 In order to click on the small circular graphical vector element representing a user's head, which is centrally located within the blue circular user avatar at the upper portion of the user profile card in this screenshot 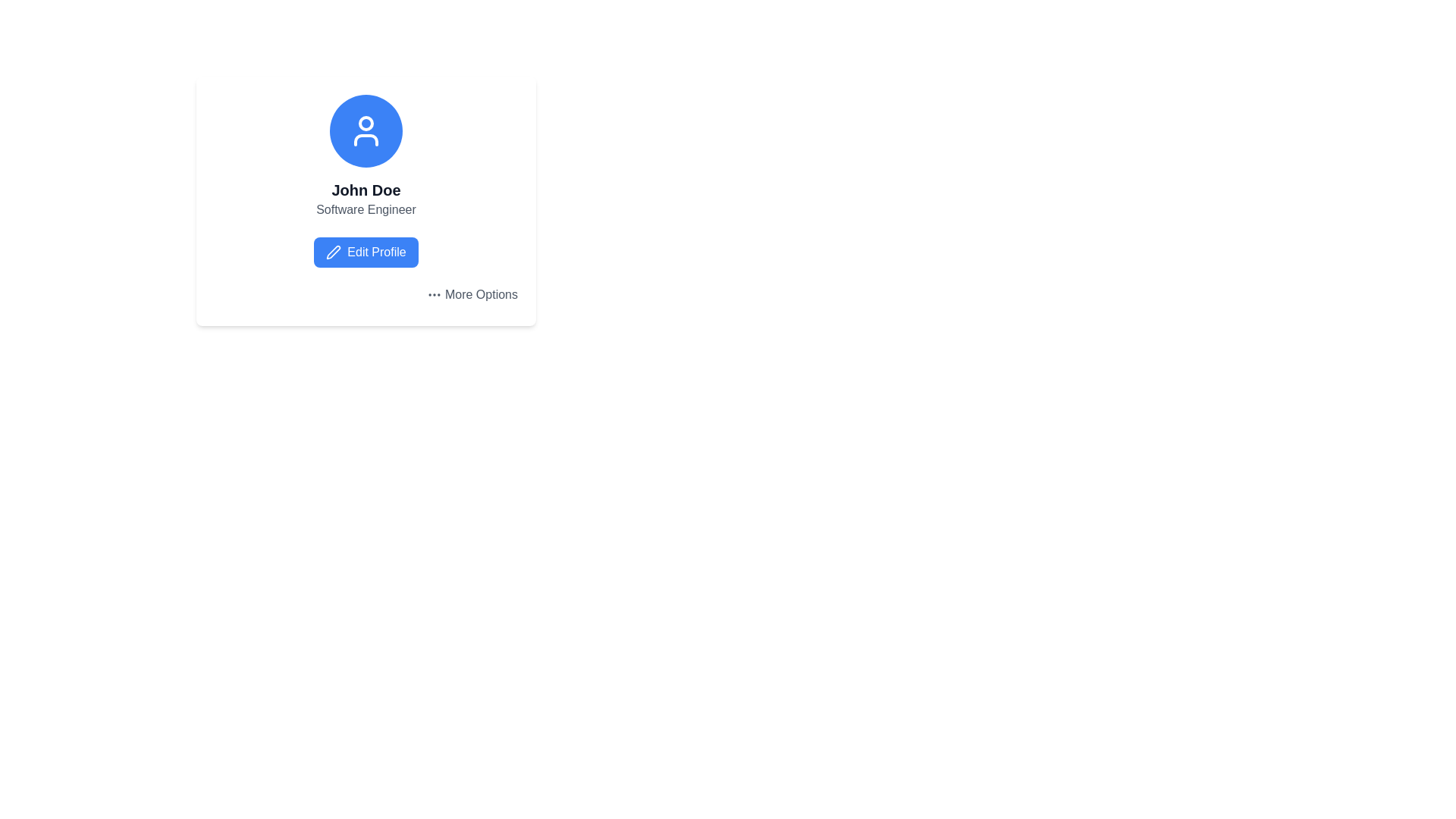, I will do `click(366, 122)`.